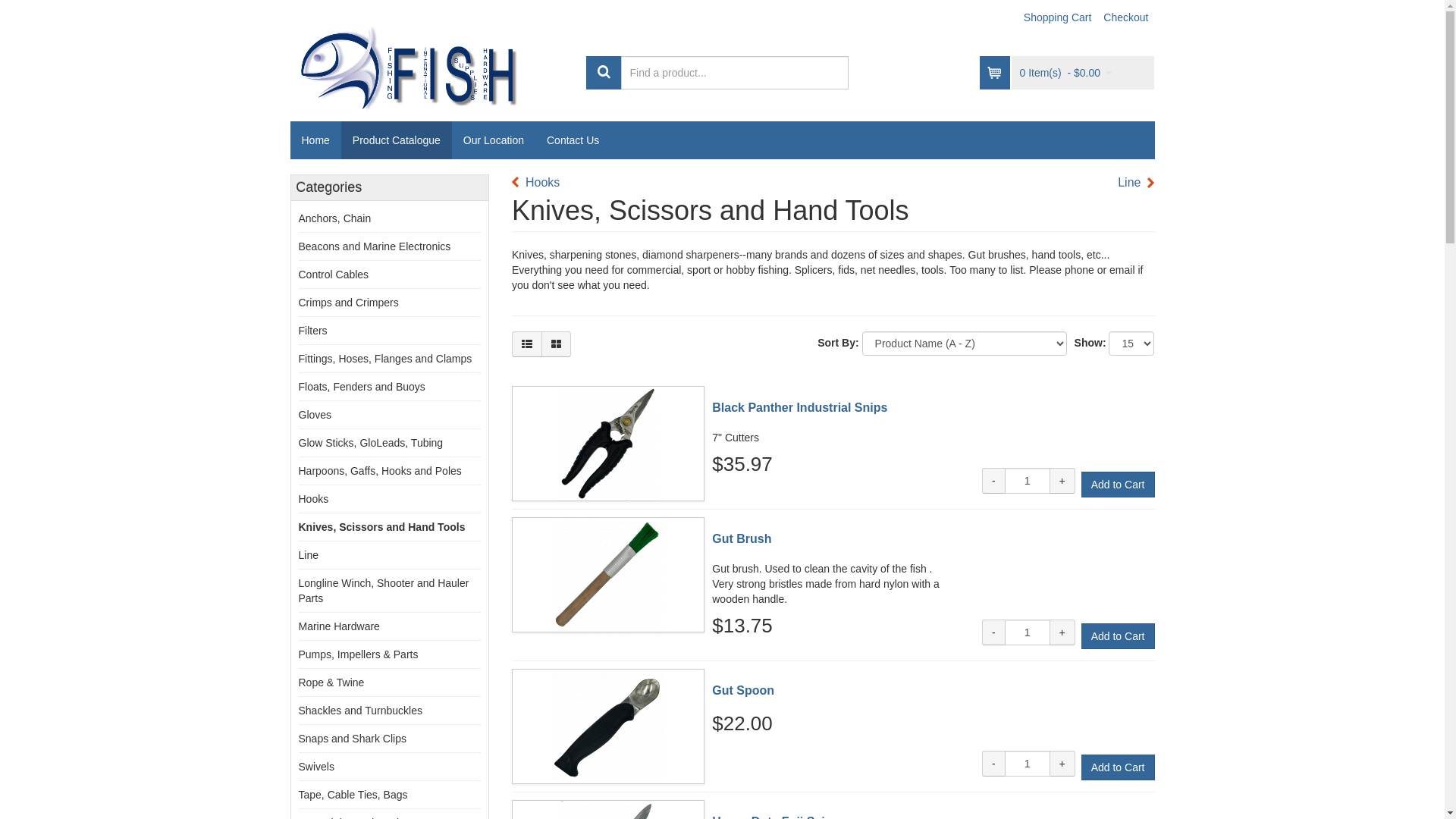  Describe the element at coordinates (384, 590) in the screenshot. I see `'Longline Winch, Shooter and Hauler Parts'` at that location.